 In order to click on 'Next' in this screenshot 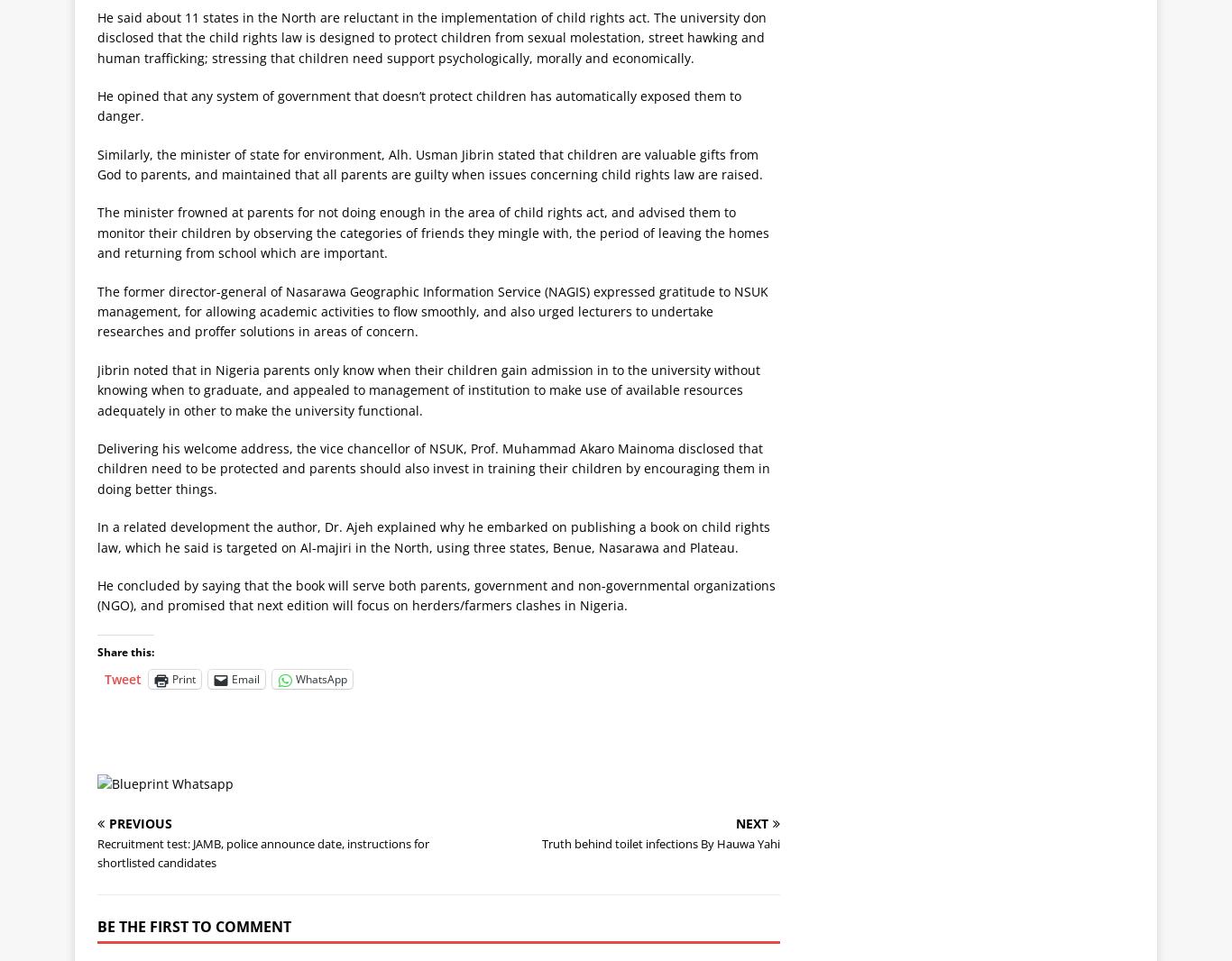, I will do `click(735, 822)`.